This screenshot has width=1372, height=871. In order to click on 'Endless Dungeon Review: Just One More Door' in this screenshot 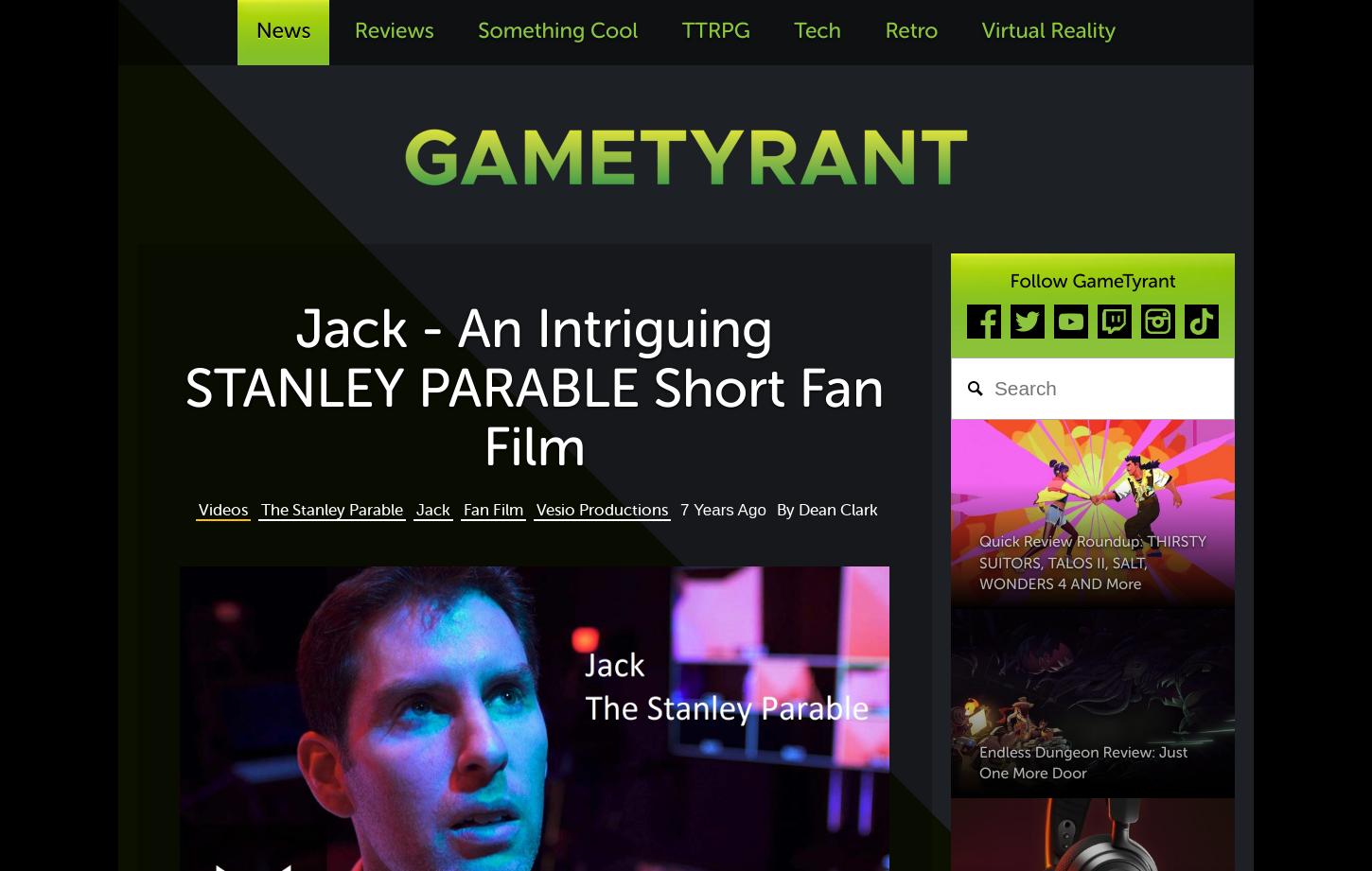, I will do `click(1082, 761)`.